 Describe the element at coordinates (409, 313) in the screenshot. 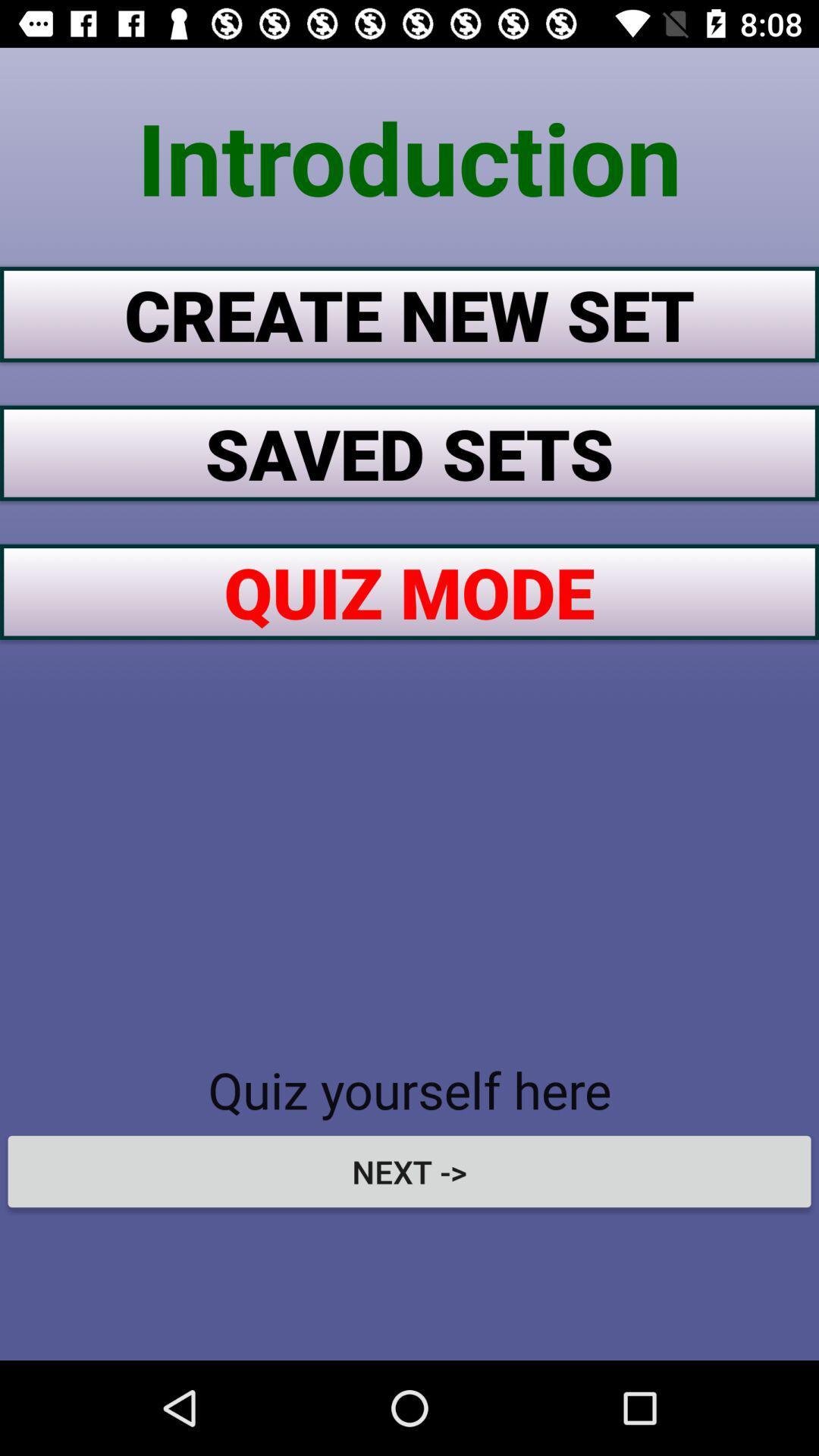

I see `the create new set icon` at that location.